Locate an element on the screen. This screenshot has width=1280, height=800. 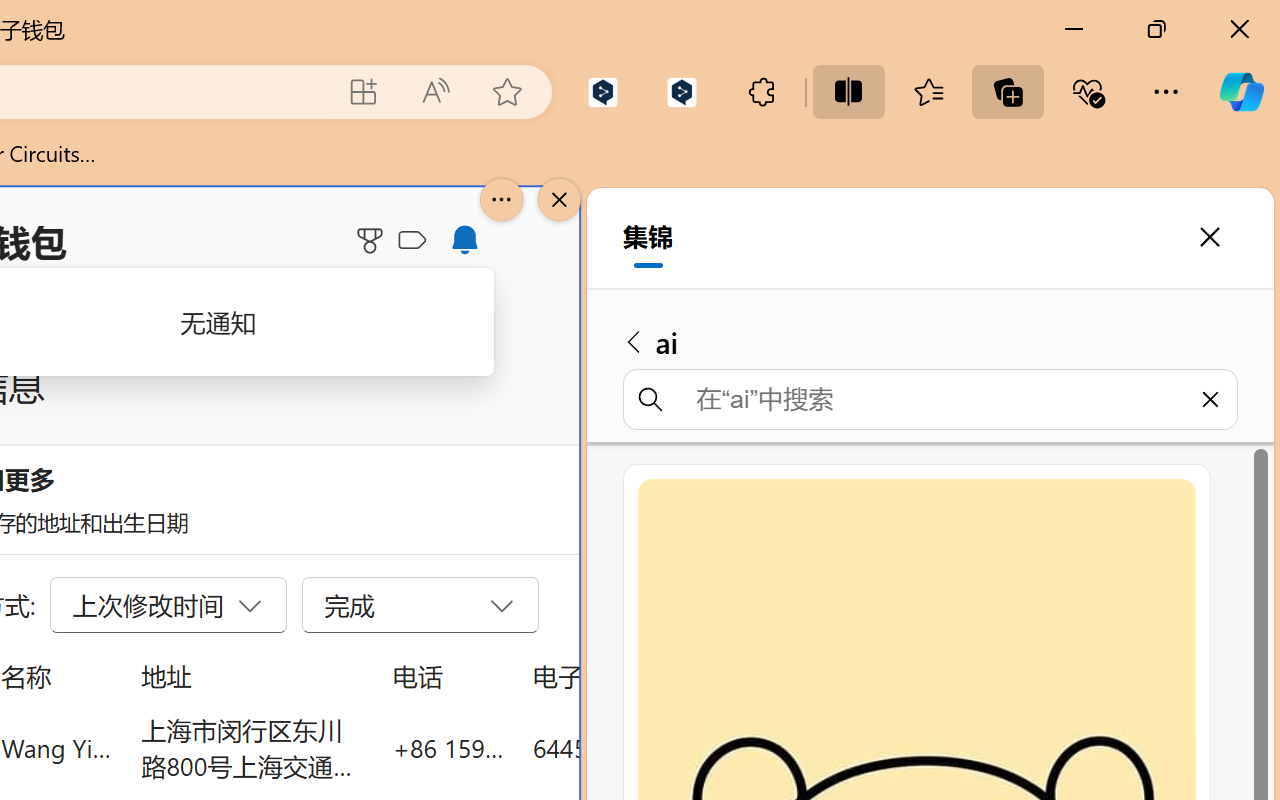
'+86 159 0032 4640' is located at coordinates (447, 747).